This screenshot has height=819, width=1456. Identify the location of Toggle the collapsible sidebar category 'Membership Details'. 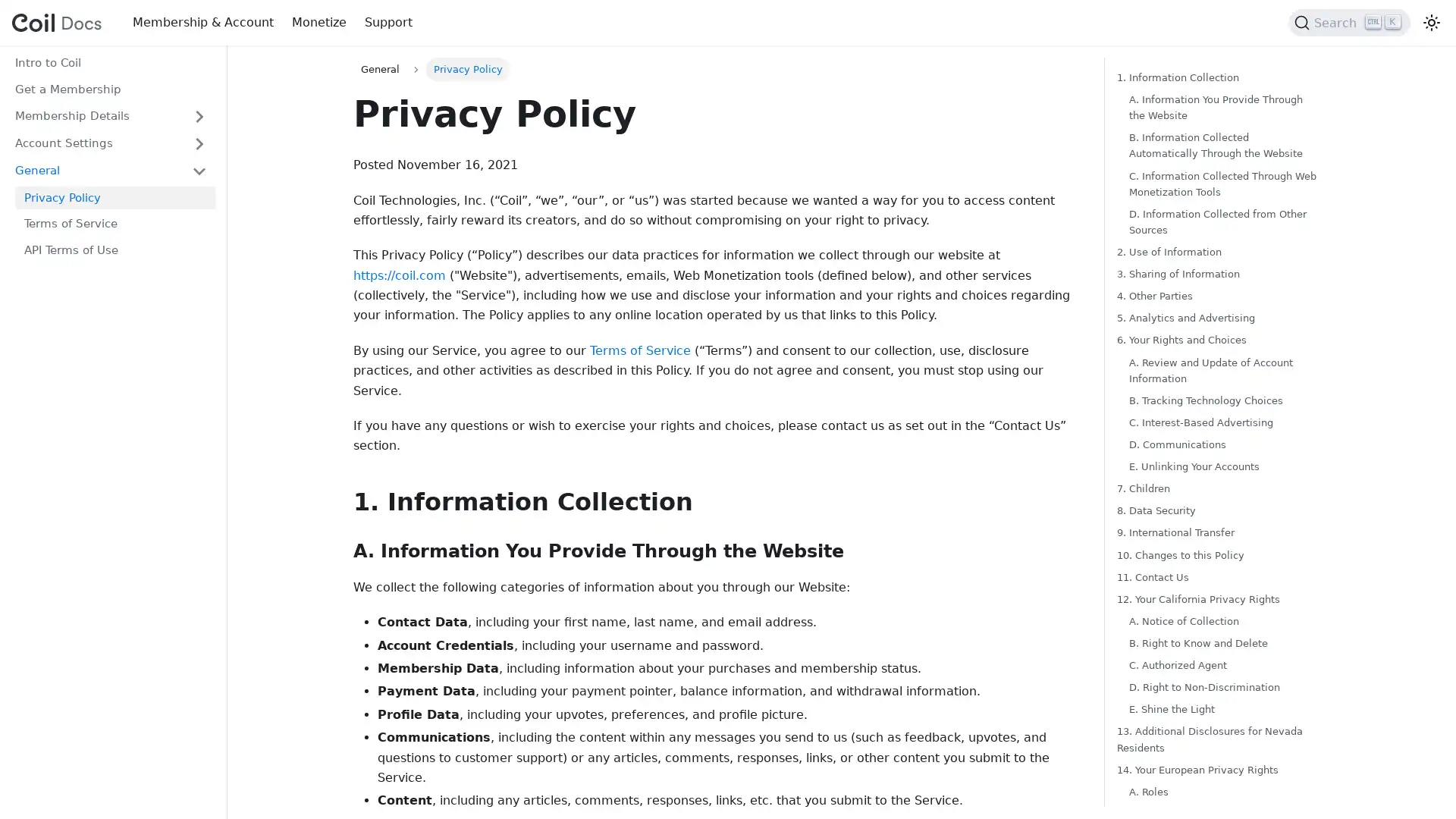
(199, 115).